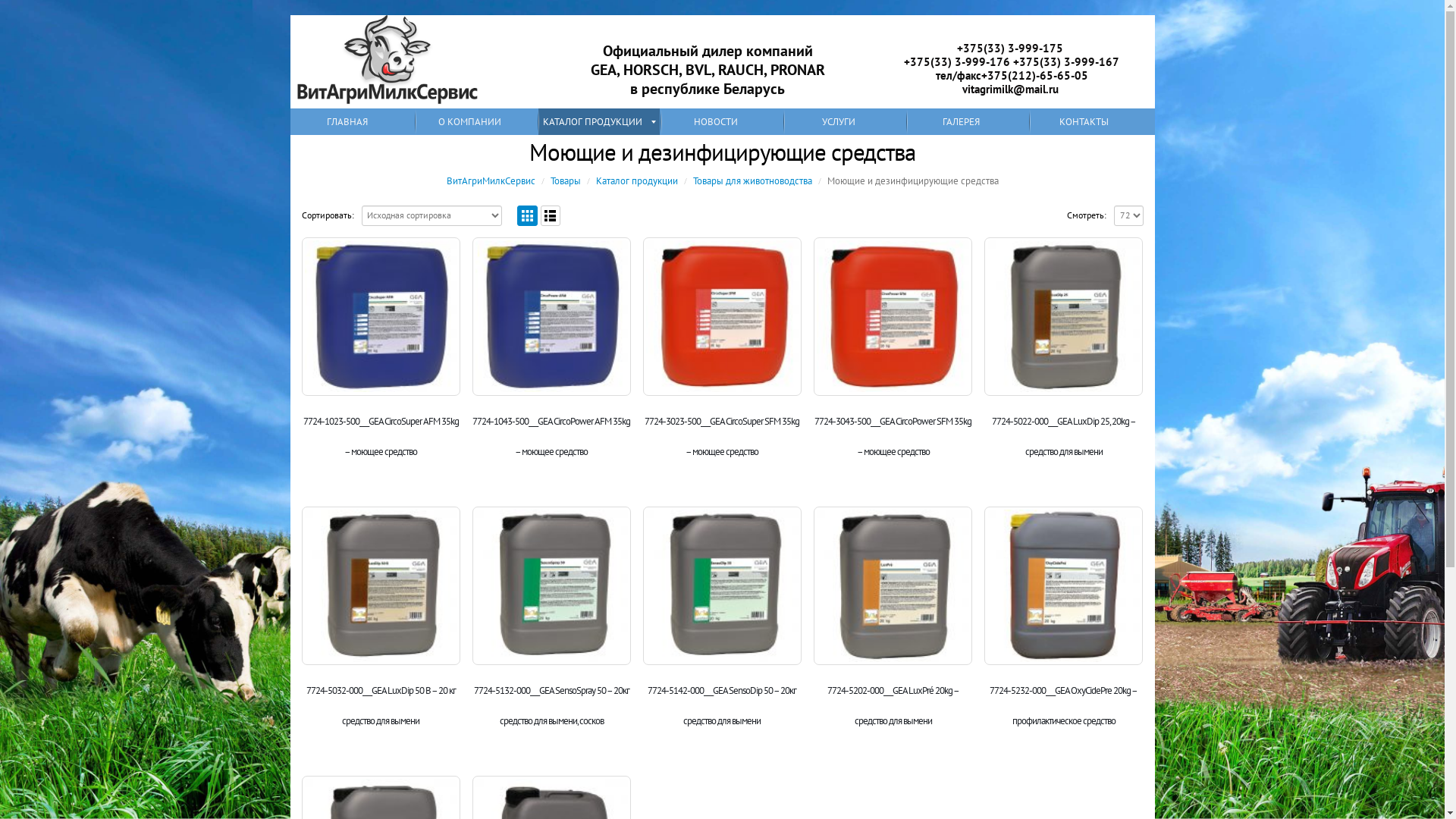 The image size is (1456, 819). I want to click on '+375(33) 3-999-176', so click(956, 61).